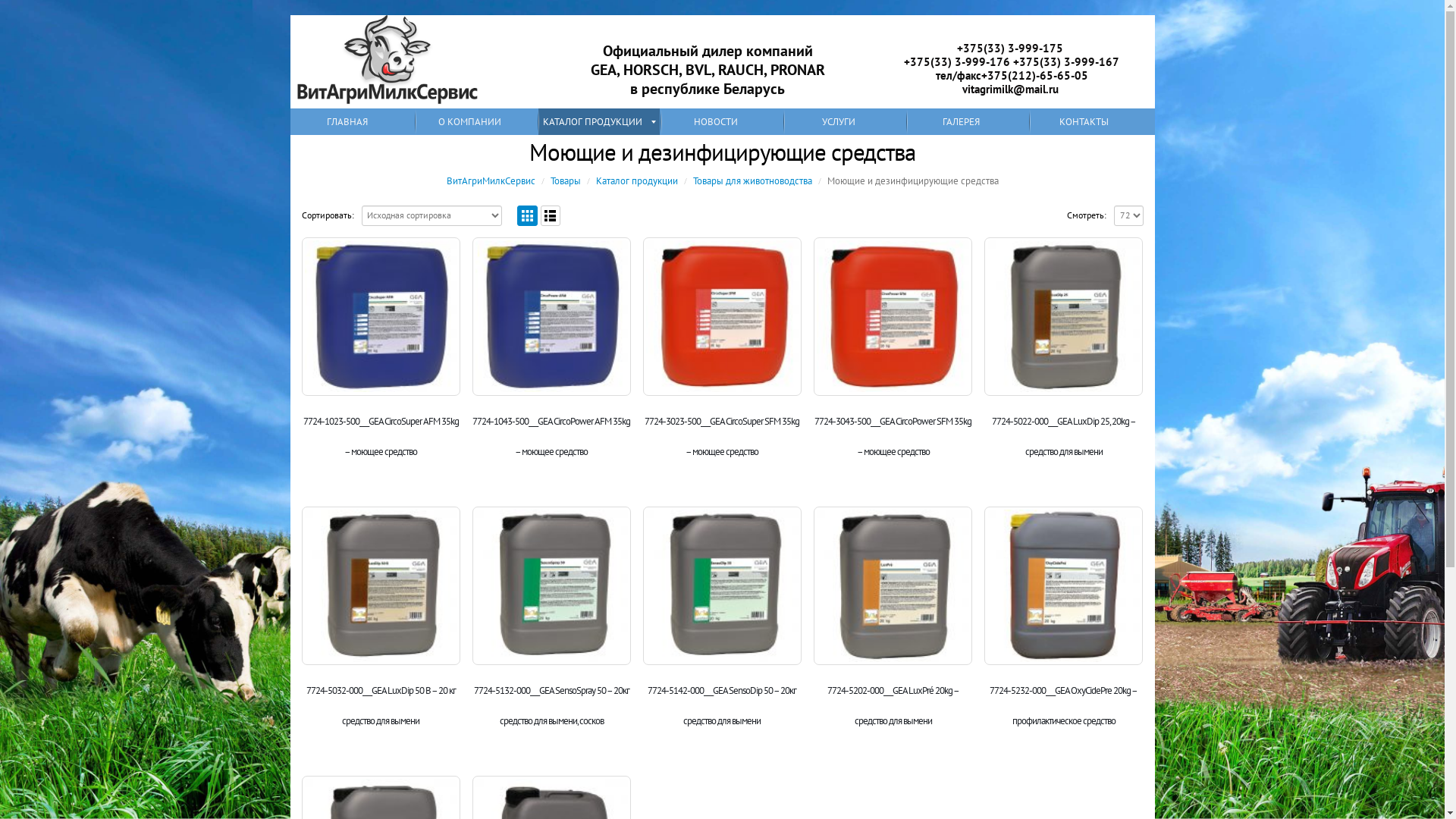 The image size is (1456, 819). I want to click on '+375(33) 3-999-176', so click(956, 61).